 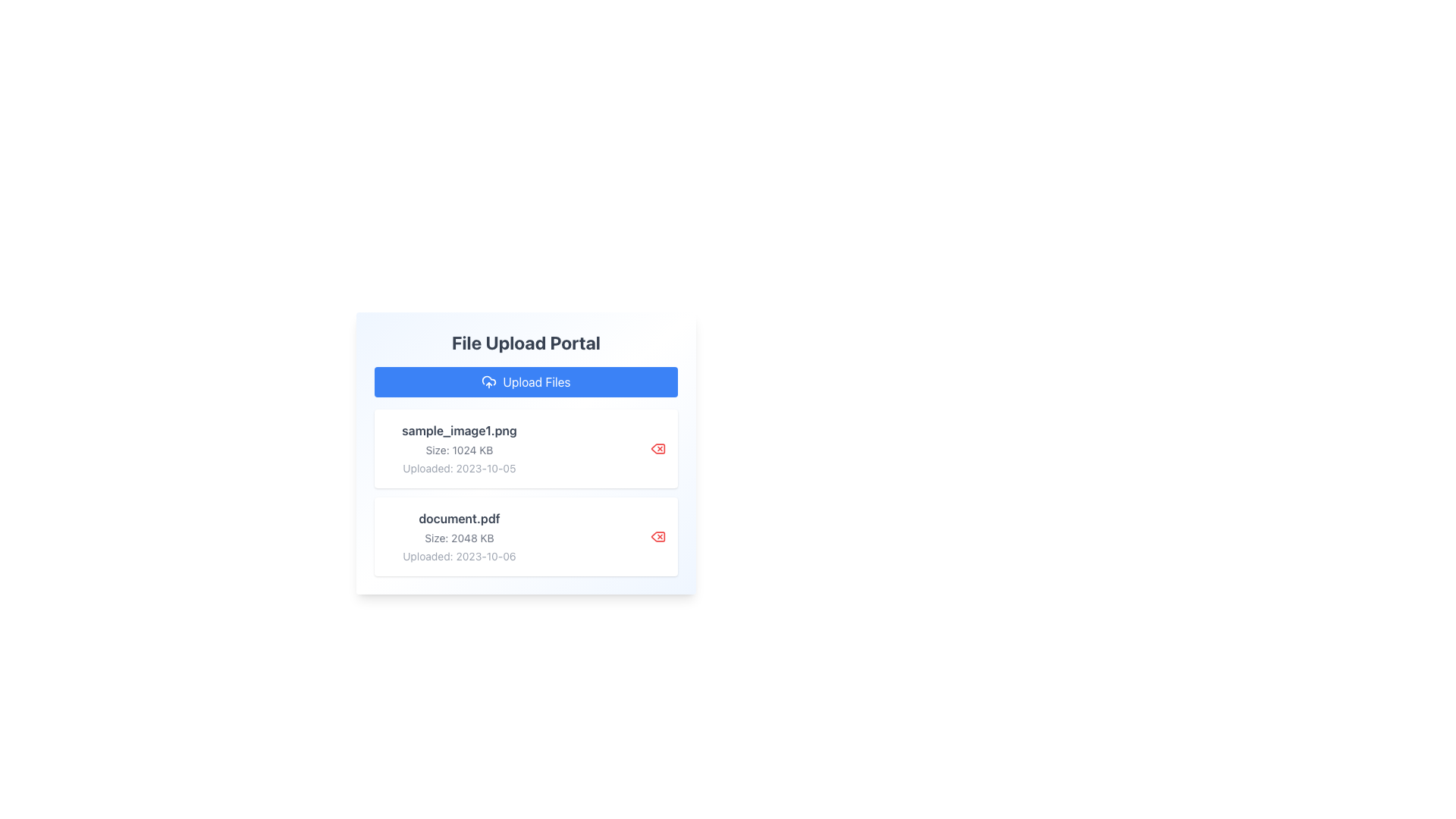 I want to click on information displayed in the static text element that shows 'Uploaded: 2023-10-06', which is styled with a small gray font and located at the bottom of the file information group, so click(x=458, y=556).